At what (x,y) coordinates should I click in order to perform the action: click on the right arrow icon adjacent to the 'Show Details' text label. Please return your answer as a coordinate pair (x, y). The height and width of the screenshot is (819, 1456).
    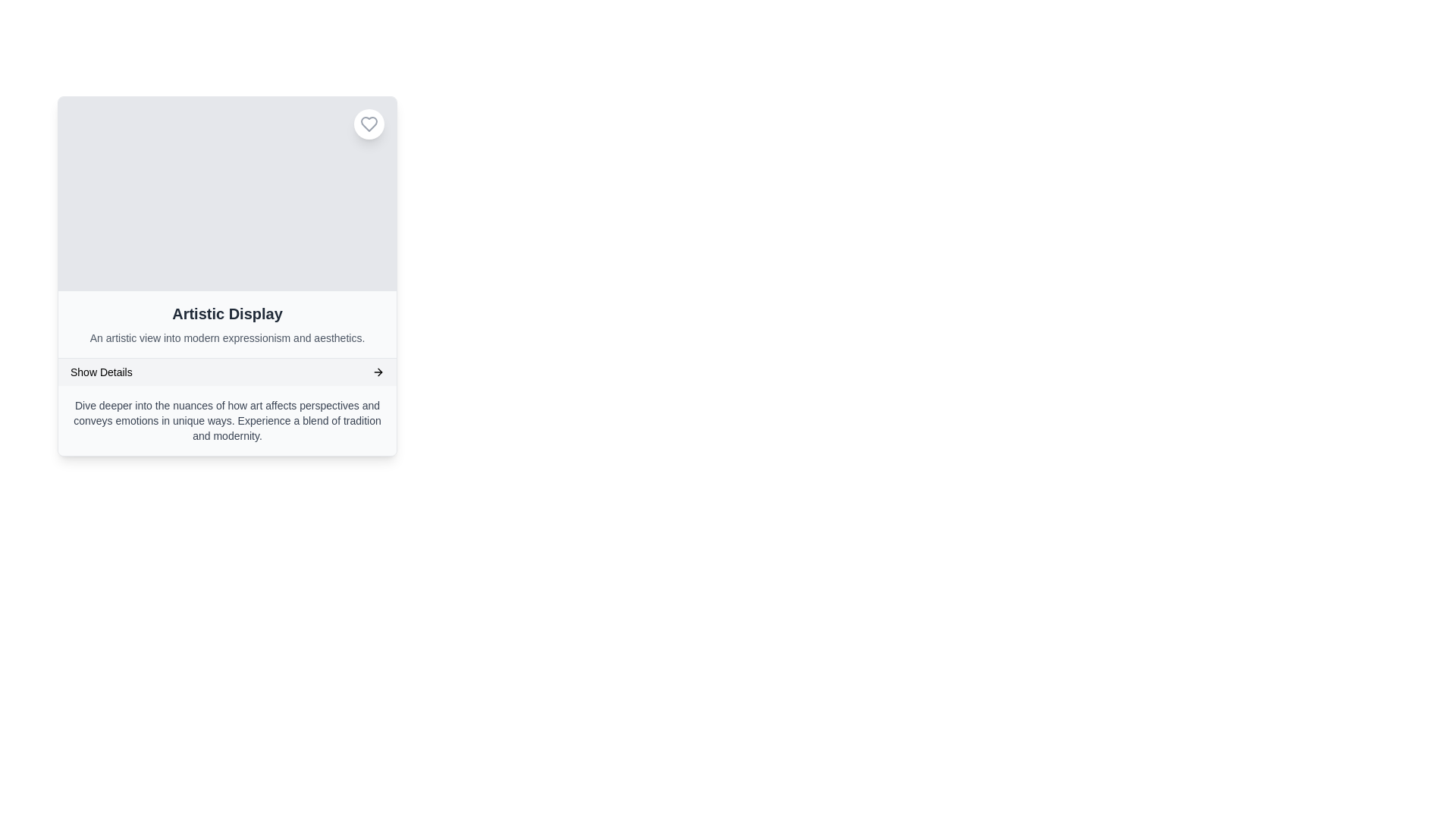
    Looking at the image, I should click on (378, 372).